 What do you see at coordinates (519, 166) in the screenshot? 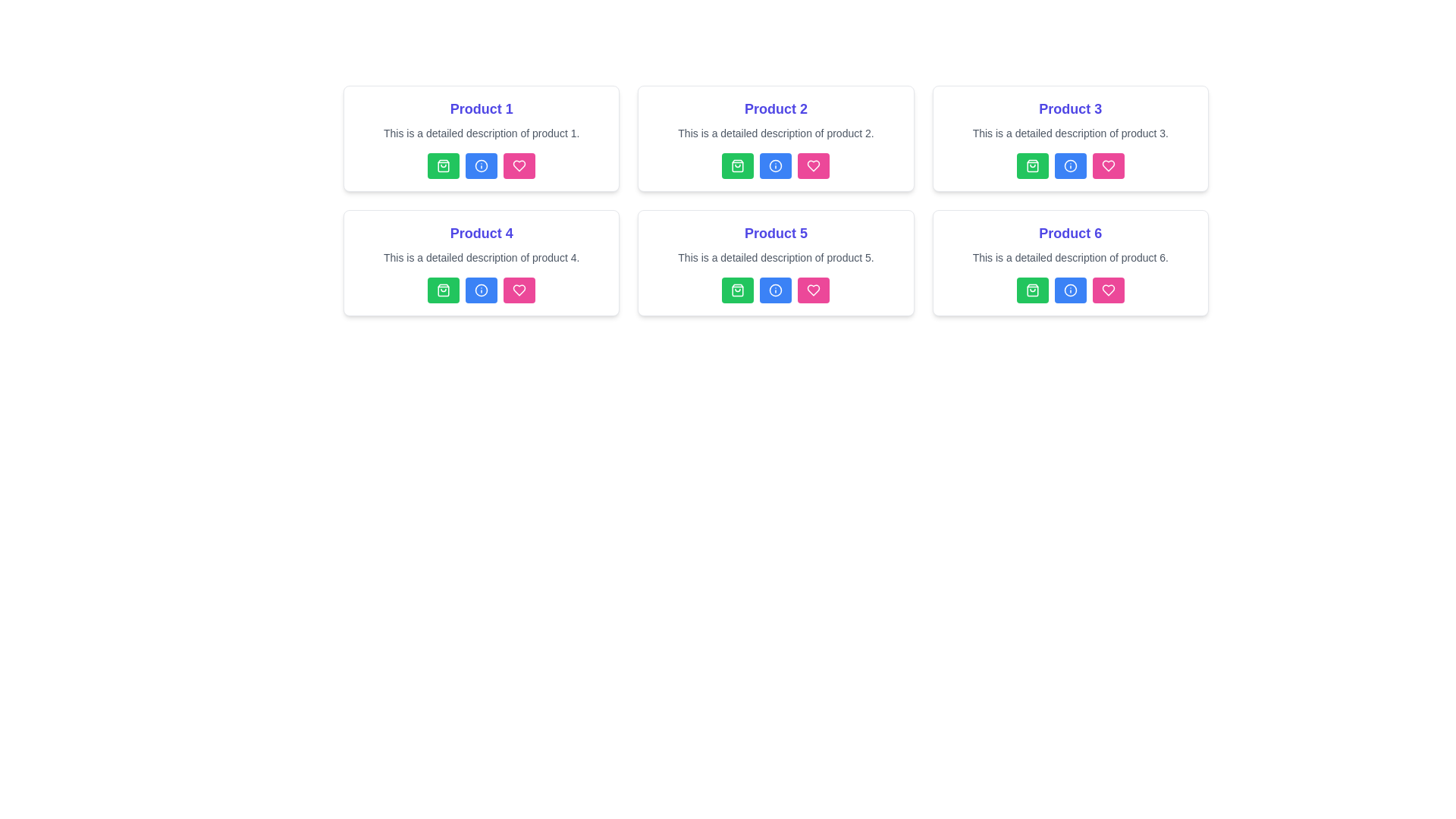
I see `the pink button with a heart icon located at the rightmost position of the button group at the bottom of the 'Product 1' card` at bounding box center [519, 166].